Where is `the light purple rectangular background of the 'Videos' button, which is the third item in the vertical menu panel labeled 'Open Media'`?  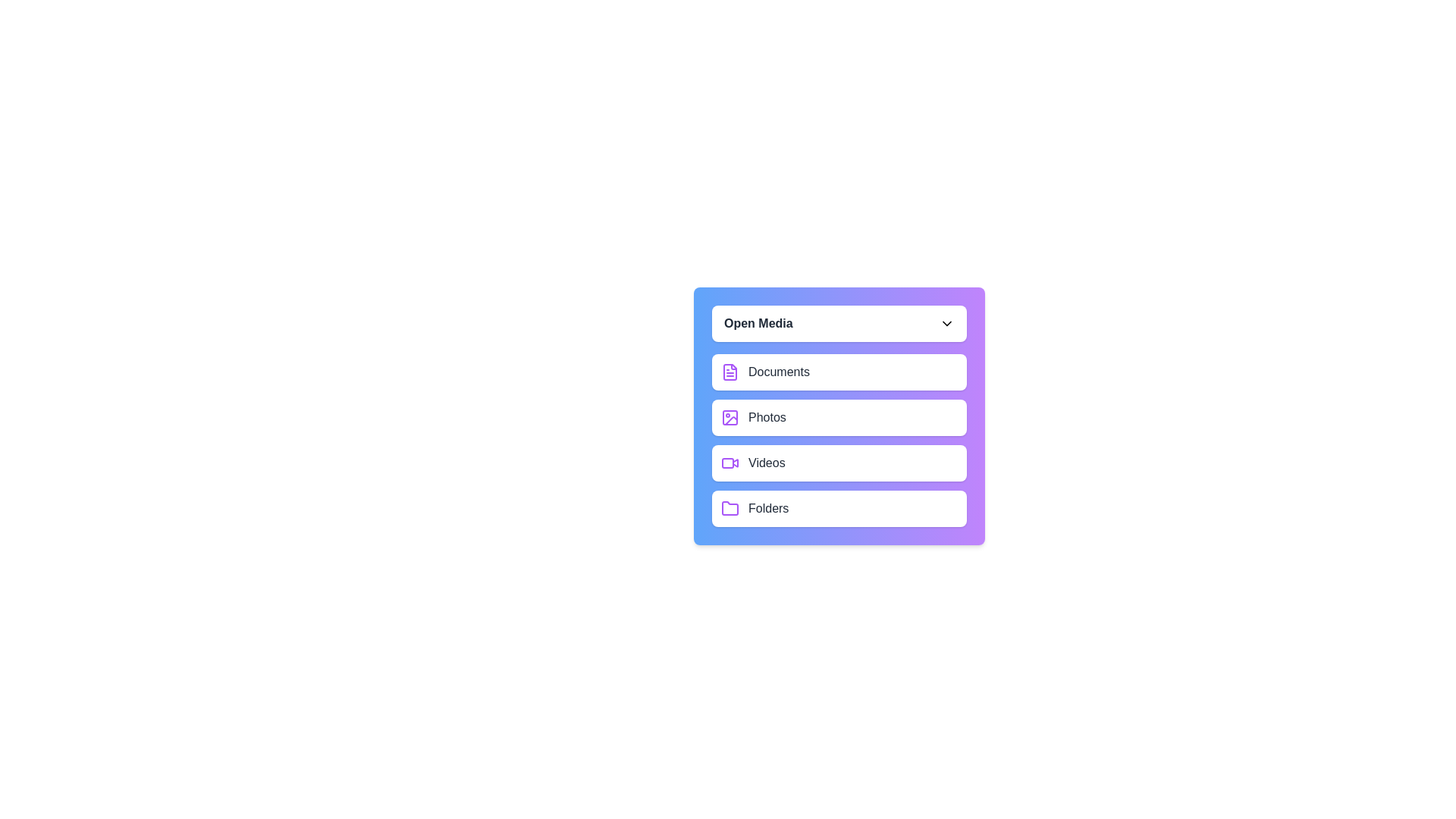
the light purple rectangular background of the 'Videos' button, which is the third item in the vertical menu panel labeled 'Open Media' is located at coordinates (728, 462).